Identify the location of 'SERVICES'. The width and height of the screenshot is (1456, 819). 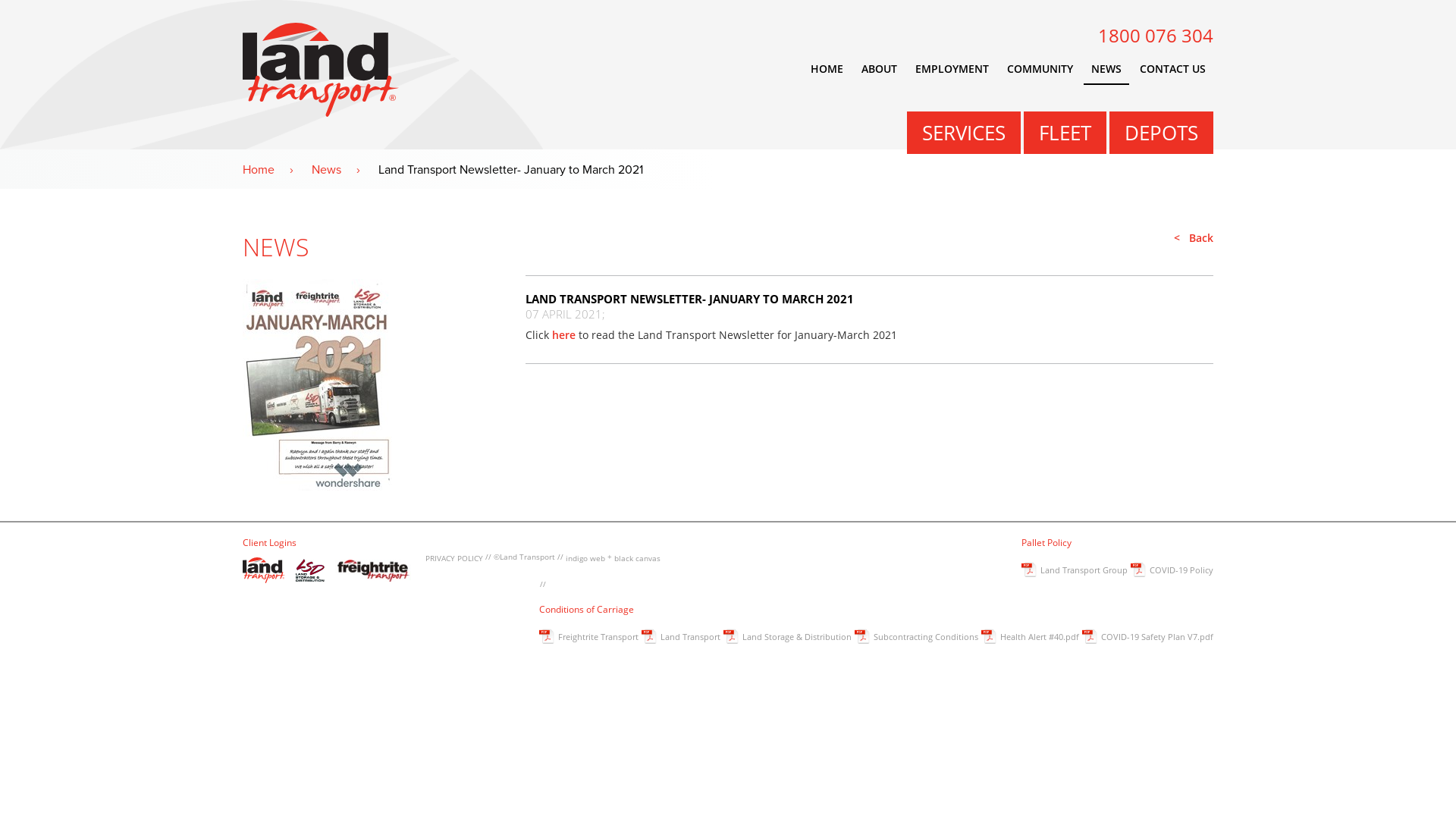
(963, 131).